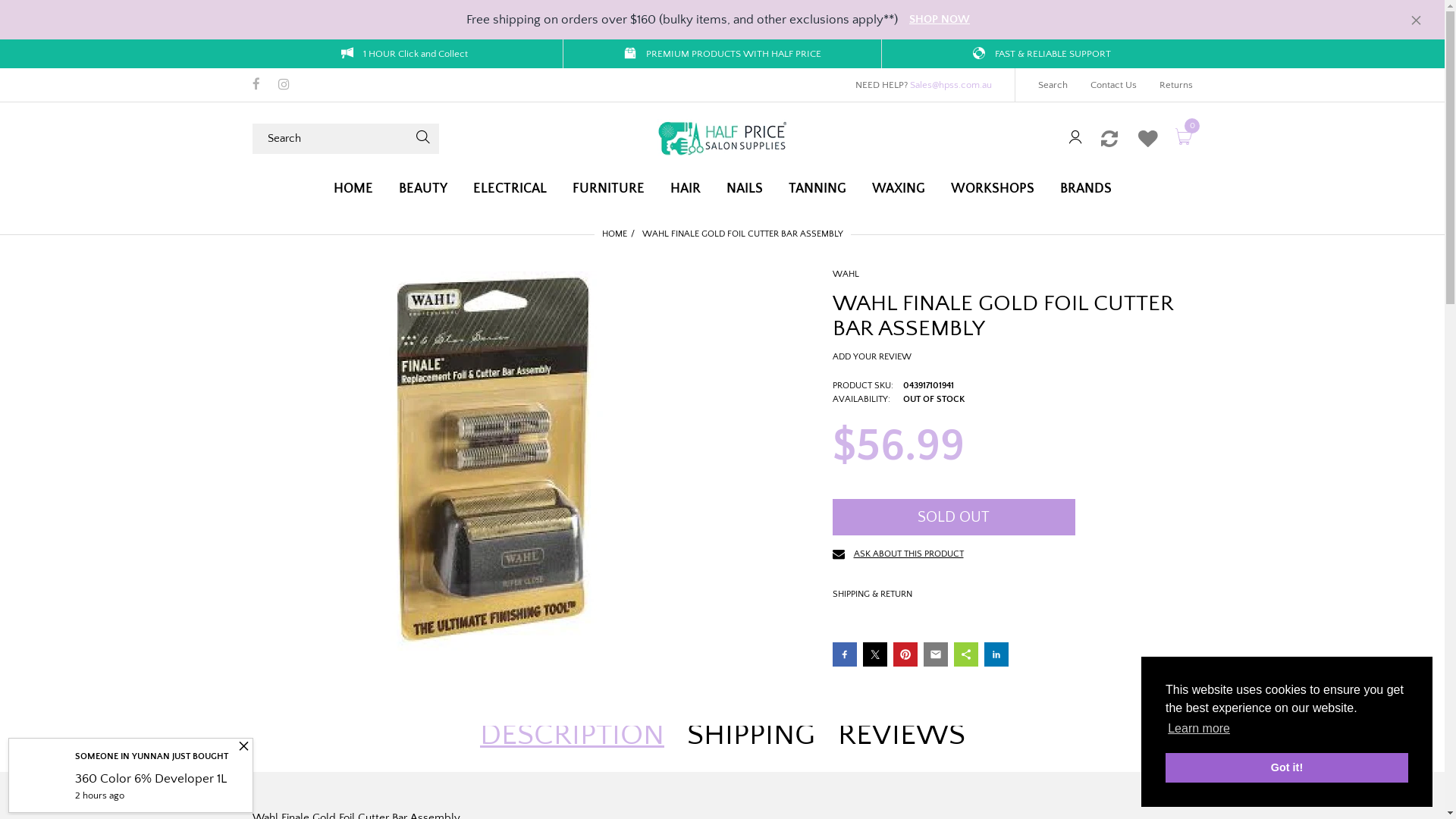  I want to click on 'BEAUTY', so click(399, 188).